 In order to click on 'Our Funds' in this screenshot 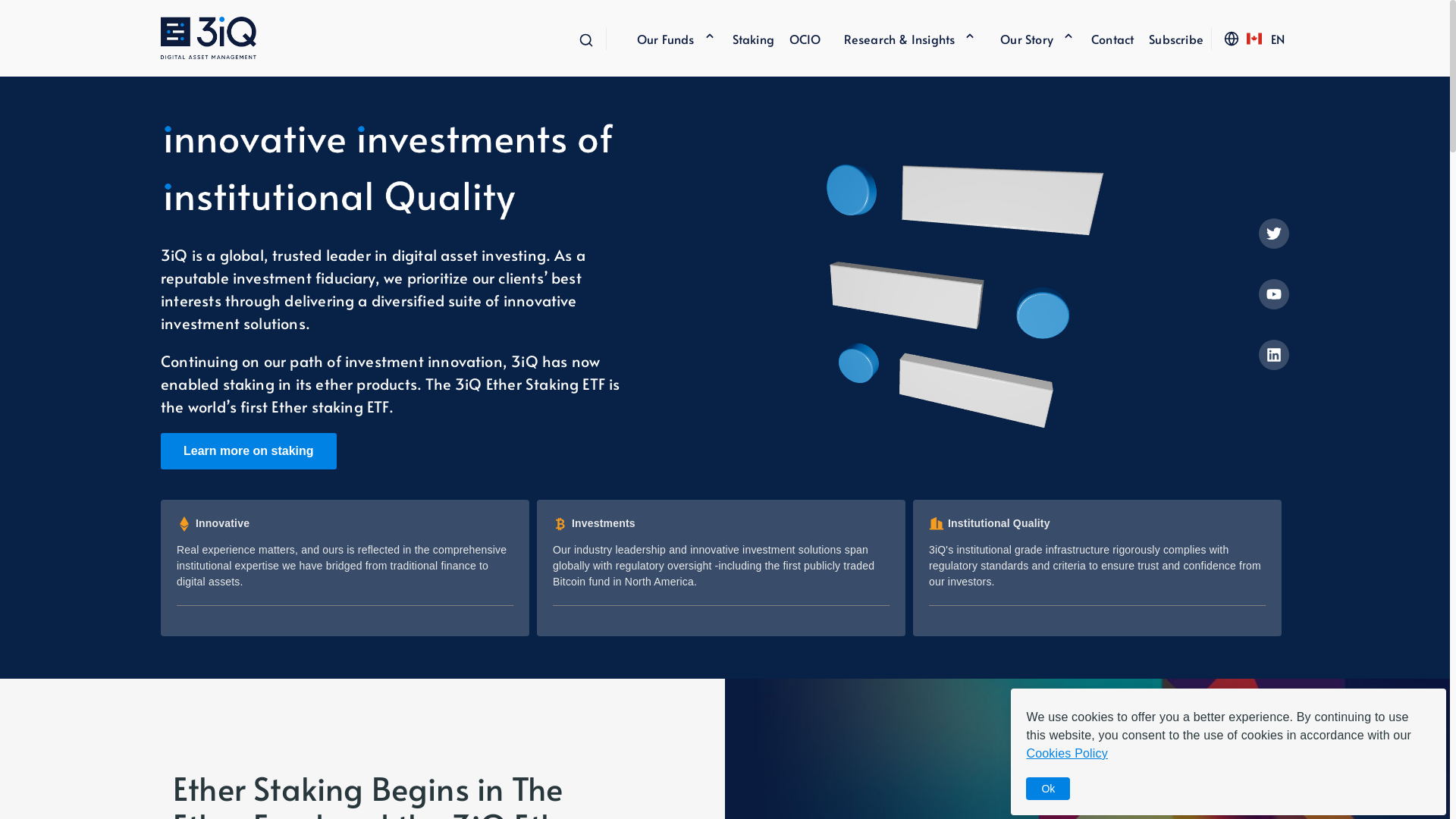, I will do `click(666, 37)`.